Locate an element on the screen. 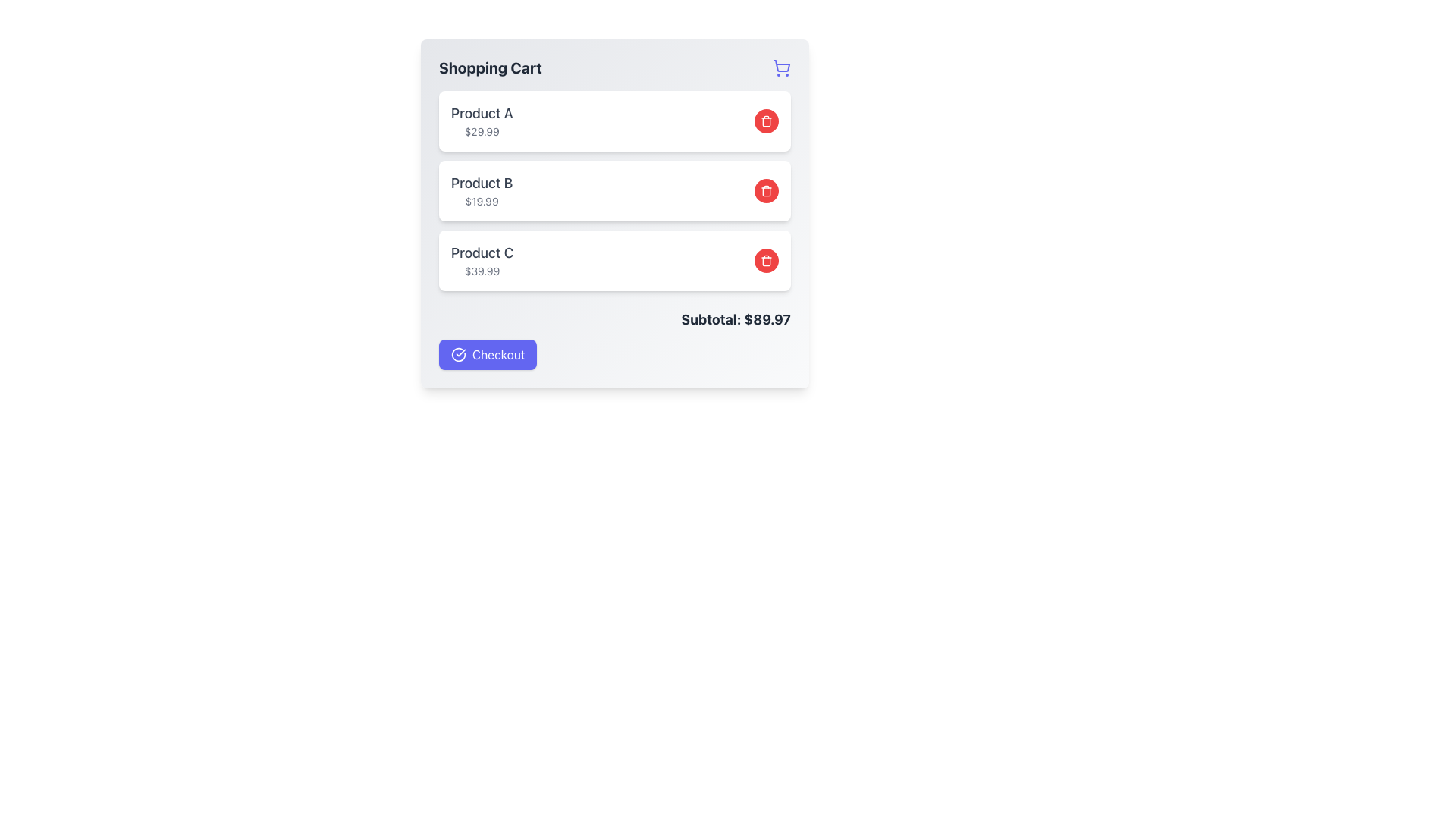 This screenshot has width=1456, height=819. the red trash icon with a circular background located to the right of 'Product C' priced at '$39.99' in the shopping cart interface is located at coordinates (767, 259).